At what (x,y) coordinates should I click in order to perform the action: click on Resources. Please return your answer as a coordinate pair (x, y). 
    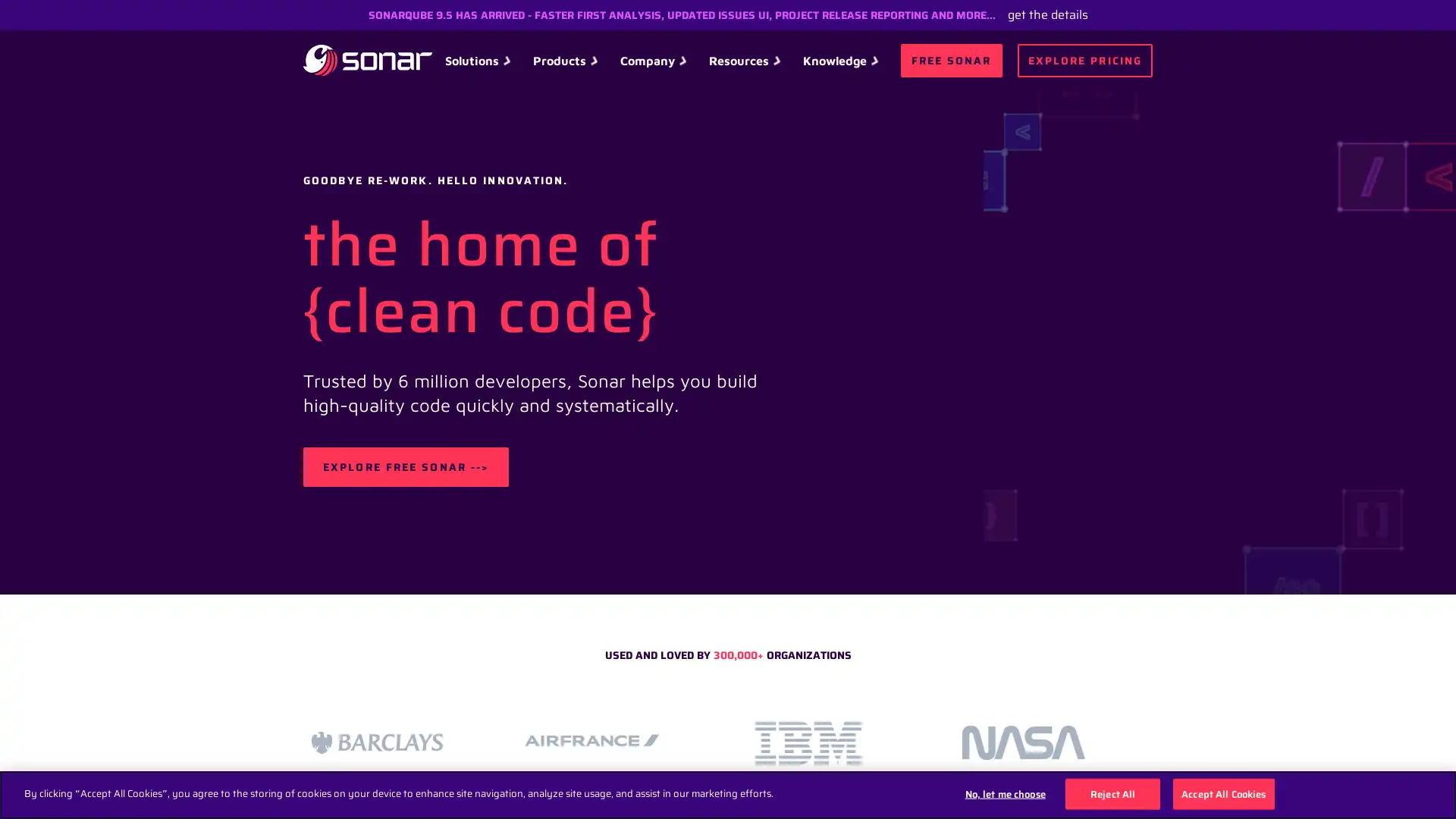
    Looking at the image, I should click on (758, 60).